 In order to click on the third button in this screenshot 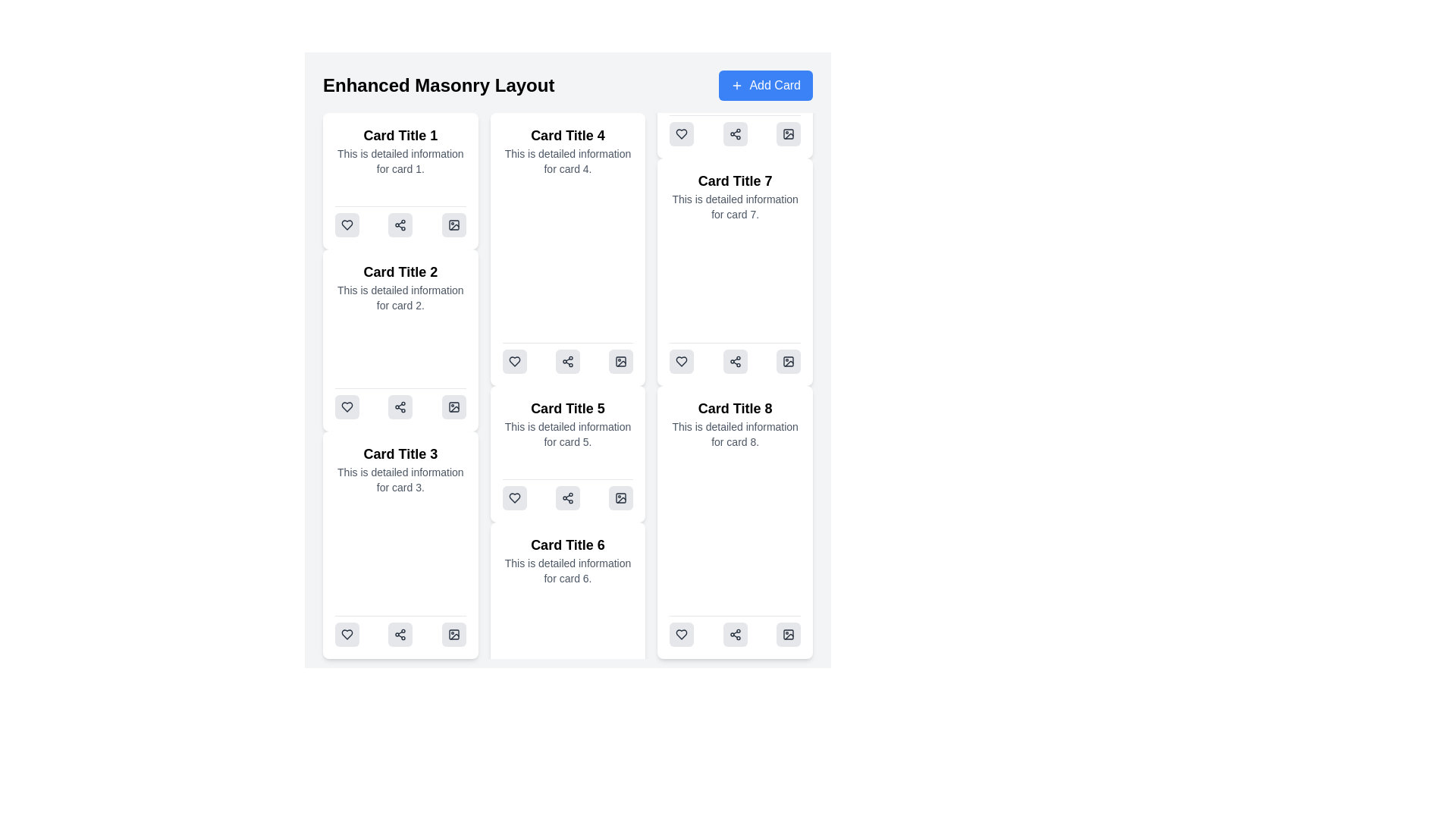, I will do `click(789, 635)`.